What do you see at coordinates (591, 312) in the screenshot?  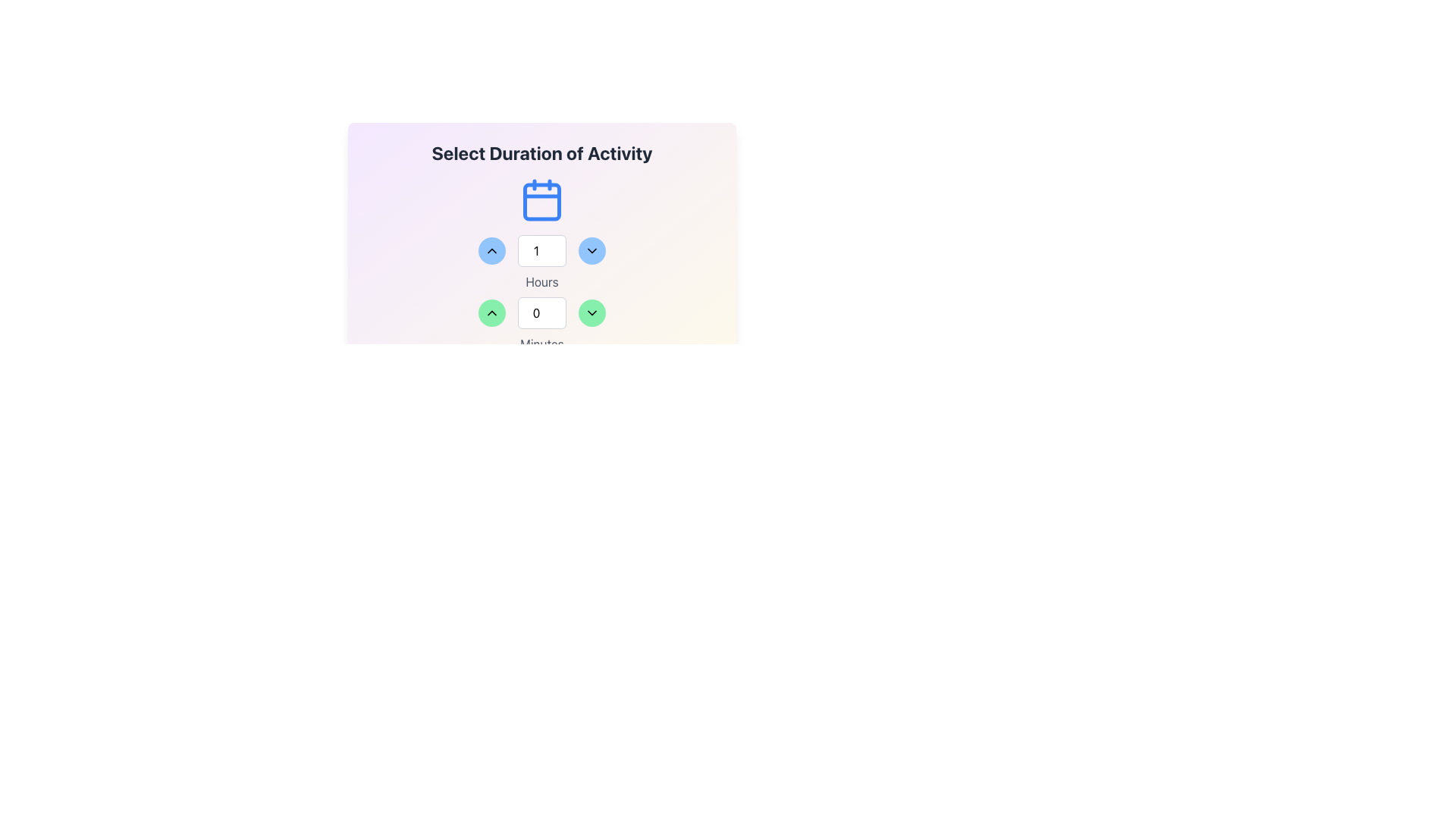 I see `the circular green button with a downward arrow icon, located at the rightmost position in a row of minute selection controls` at bounding box center [591, 312].